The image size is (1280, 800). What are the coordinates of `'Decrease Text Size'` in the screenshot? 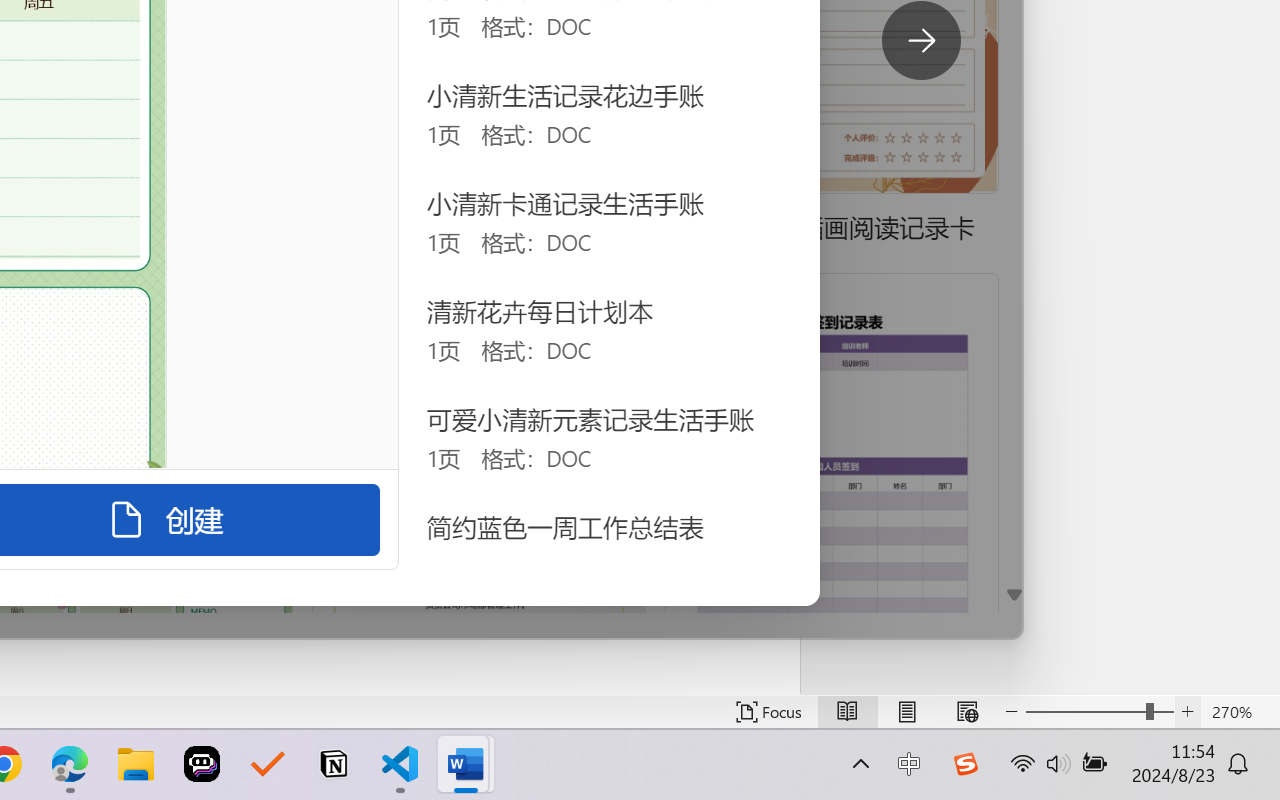 It's located at (1011, 711).